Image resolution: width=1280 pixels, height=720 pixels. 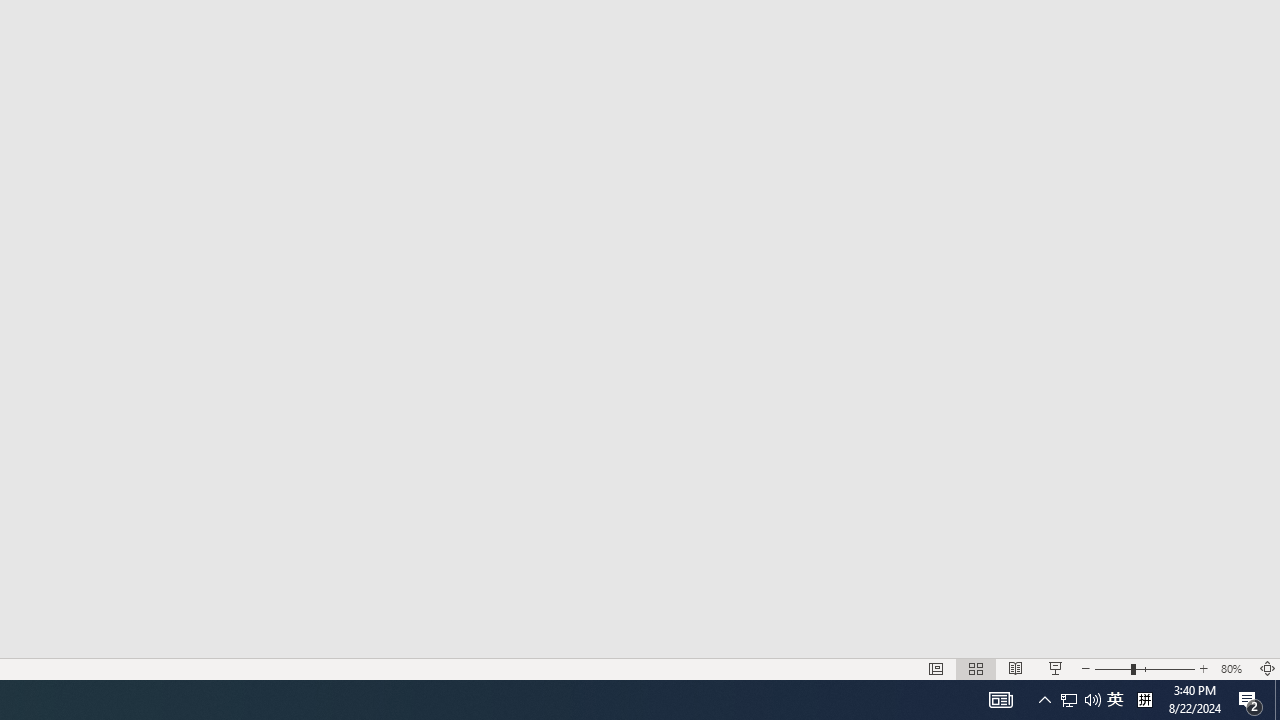 What do you see at coordinates (1044, 698) in the screenshot?
I see `'Notification Chevron'` at bounding box center [1044, 698].